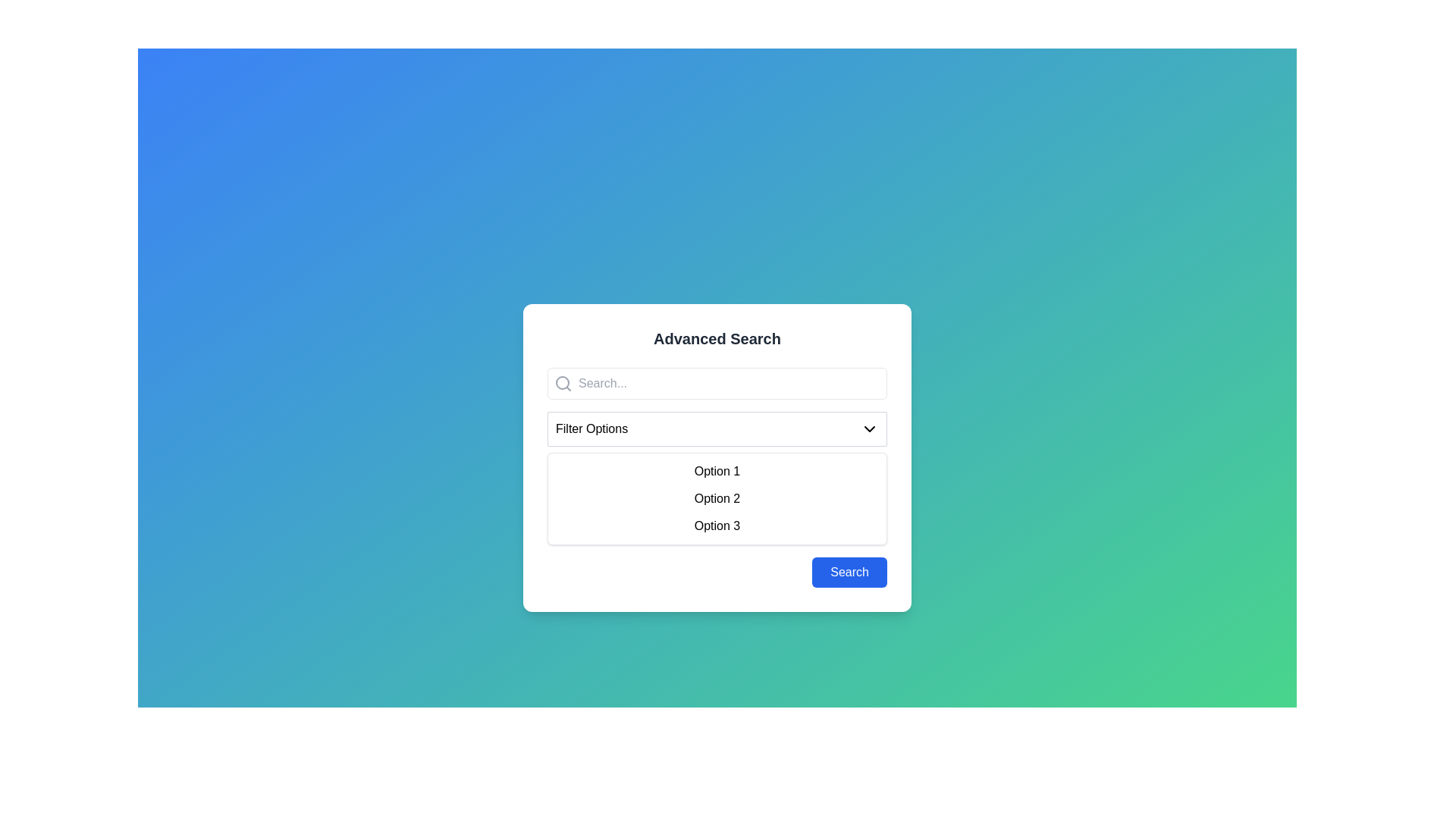  Describe the element at coordinates (562, 382) in the screenshot. I see `the circular part of the search icon, which is styled with a medium thickness stroke and has an unfilled center area, located at the top-left within the search input box` at that location.